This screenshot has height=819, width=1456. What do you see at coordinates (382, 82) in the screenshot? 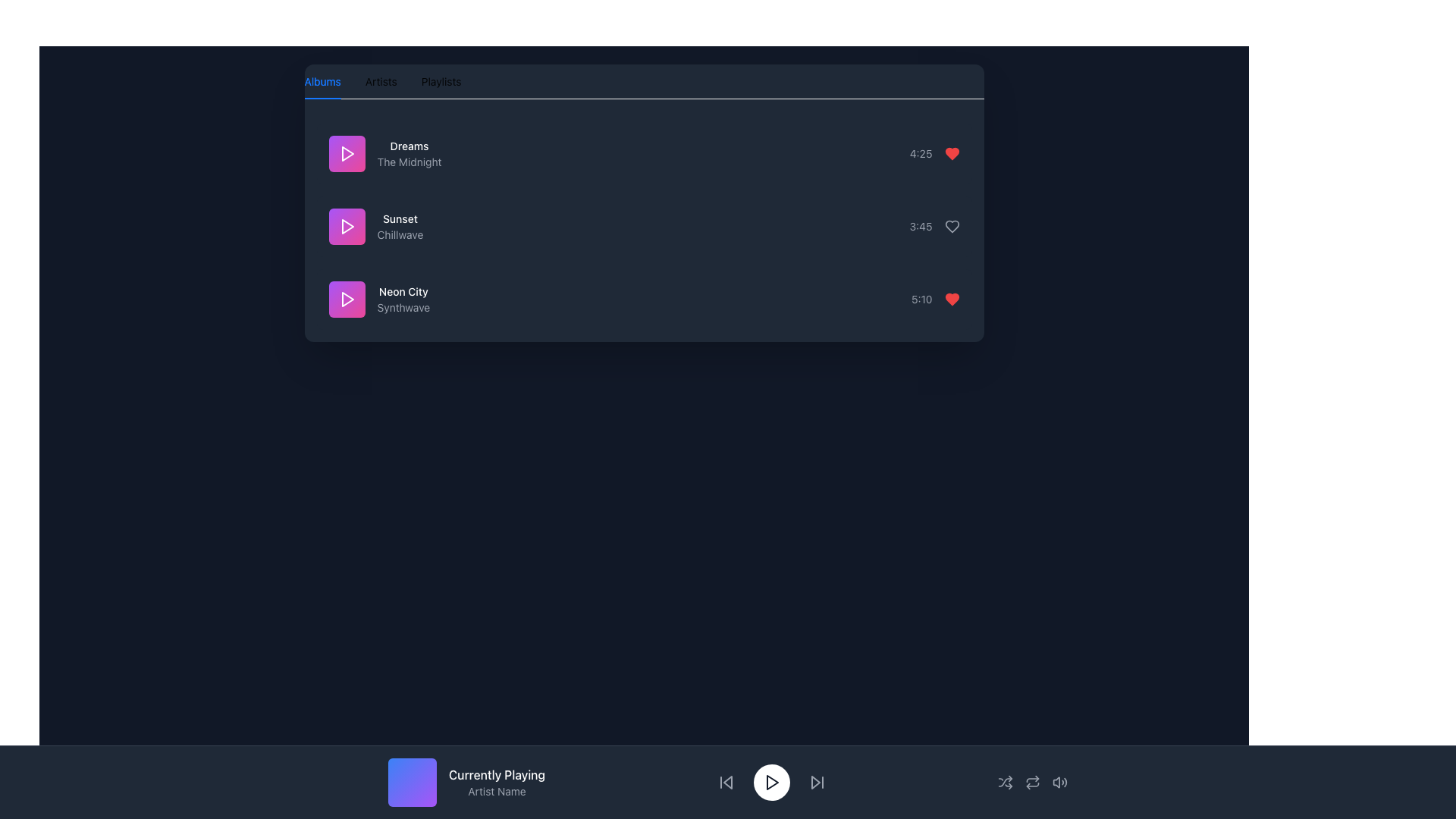
I see `the 'Artists' tab navigation button, which is positioned at the top-left section of a dark interface, between the 'Albums' and 'Playlists' tabs` at bounding box center [382, 82].